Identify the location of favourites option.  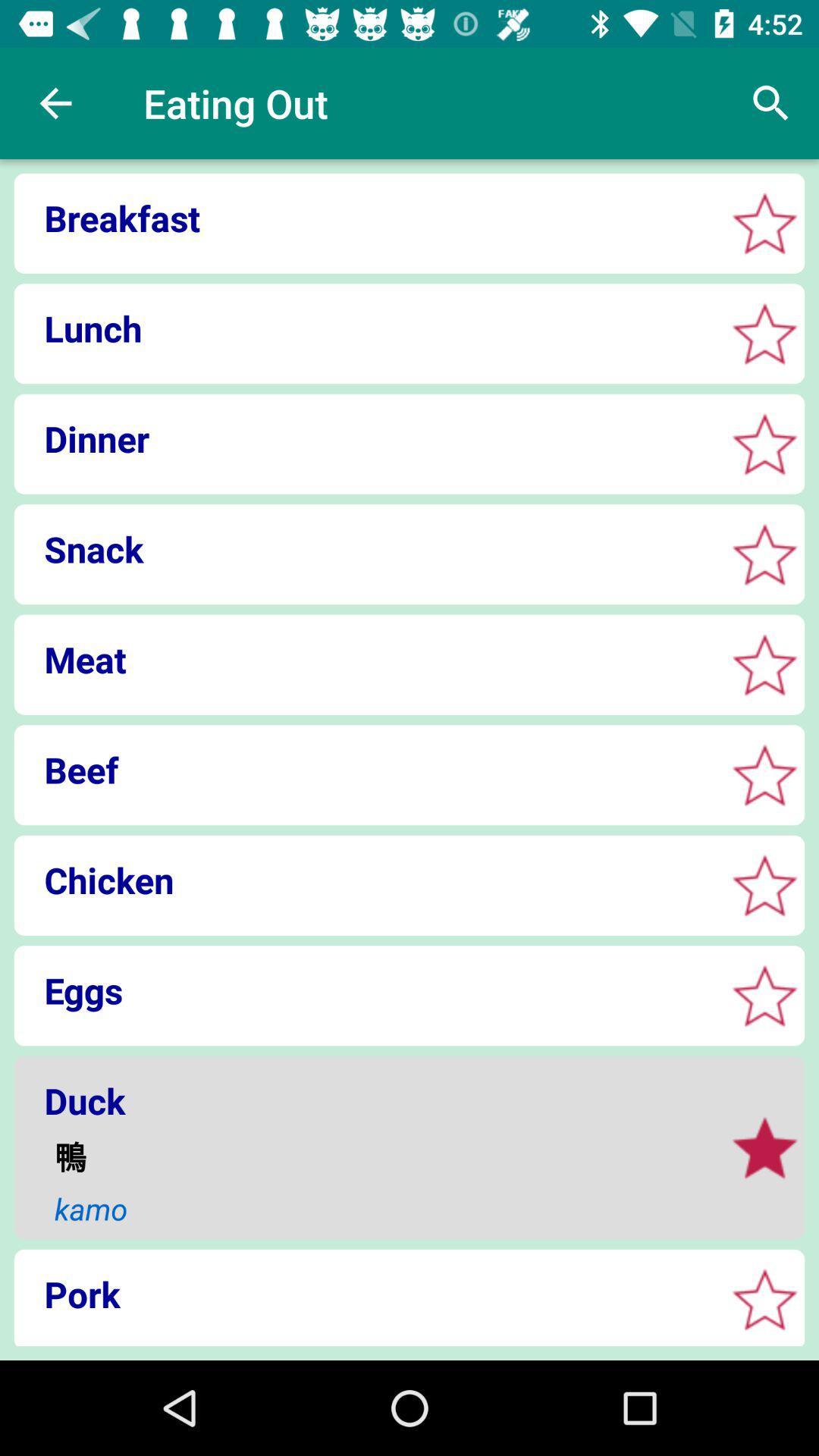
(764, 996).